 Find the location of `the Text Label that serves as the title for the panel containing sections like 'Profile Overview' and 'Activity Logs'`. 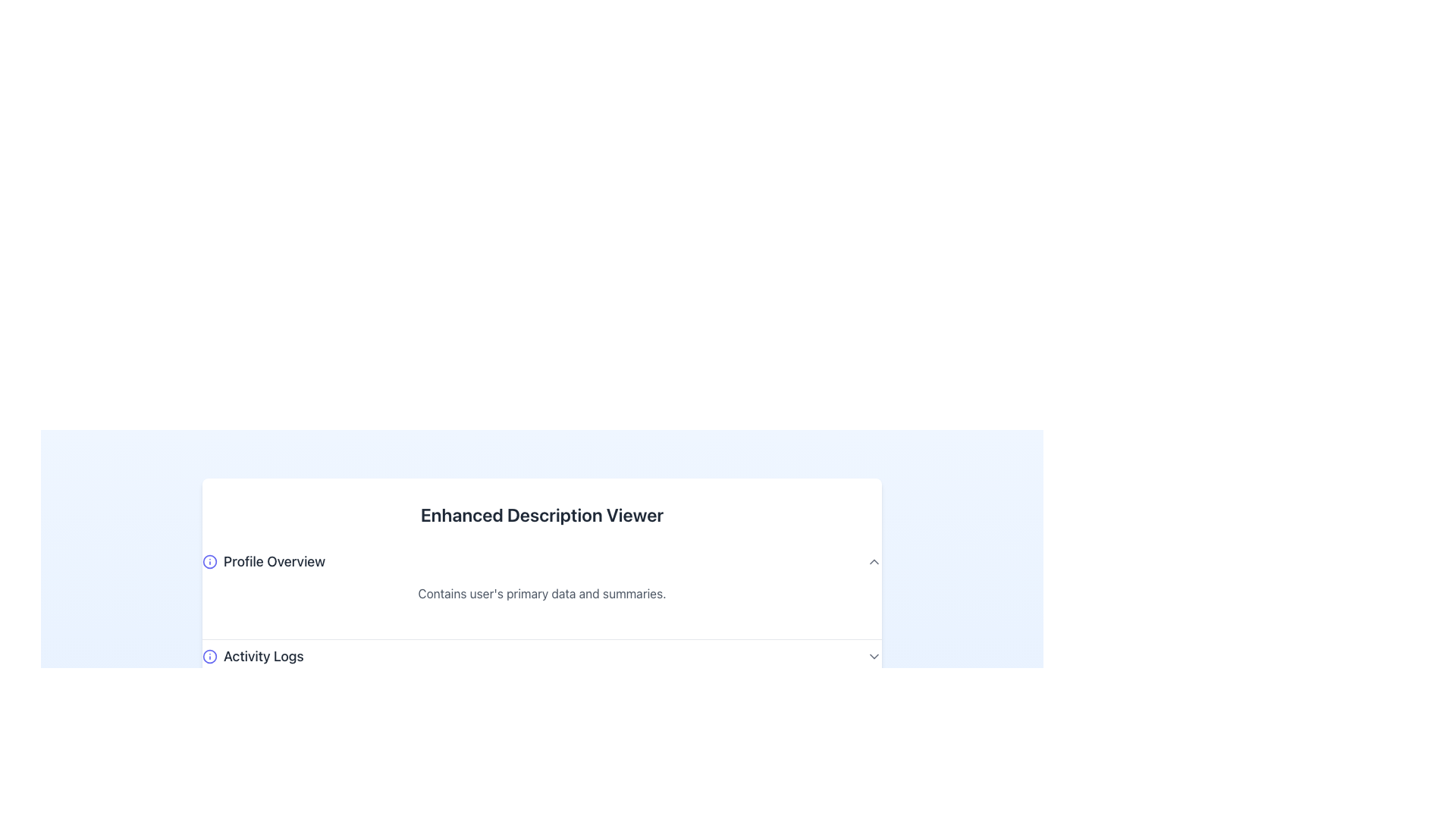

the Text Label that serves as the title for the panel containing sections like 'Profile Overview' and 'Activity Logs' is located at coordinates (542, 513).